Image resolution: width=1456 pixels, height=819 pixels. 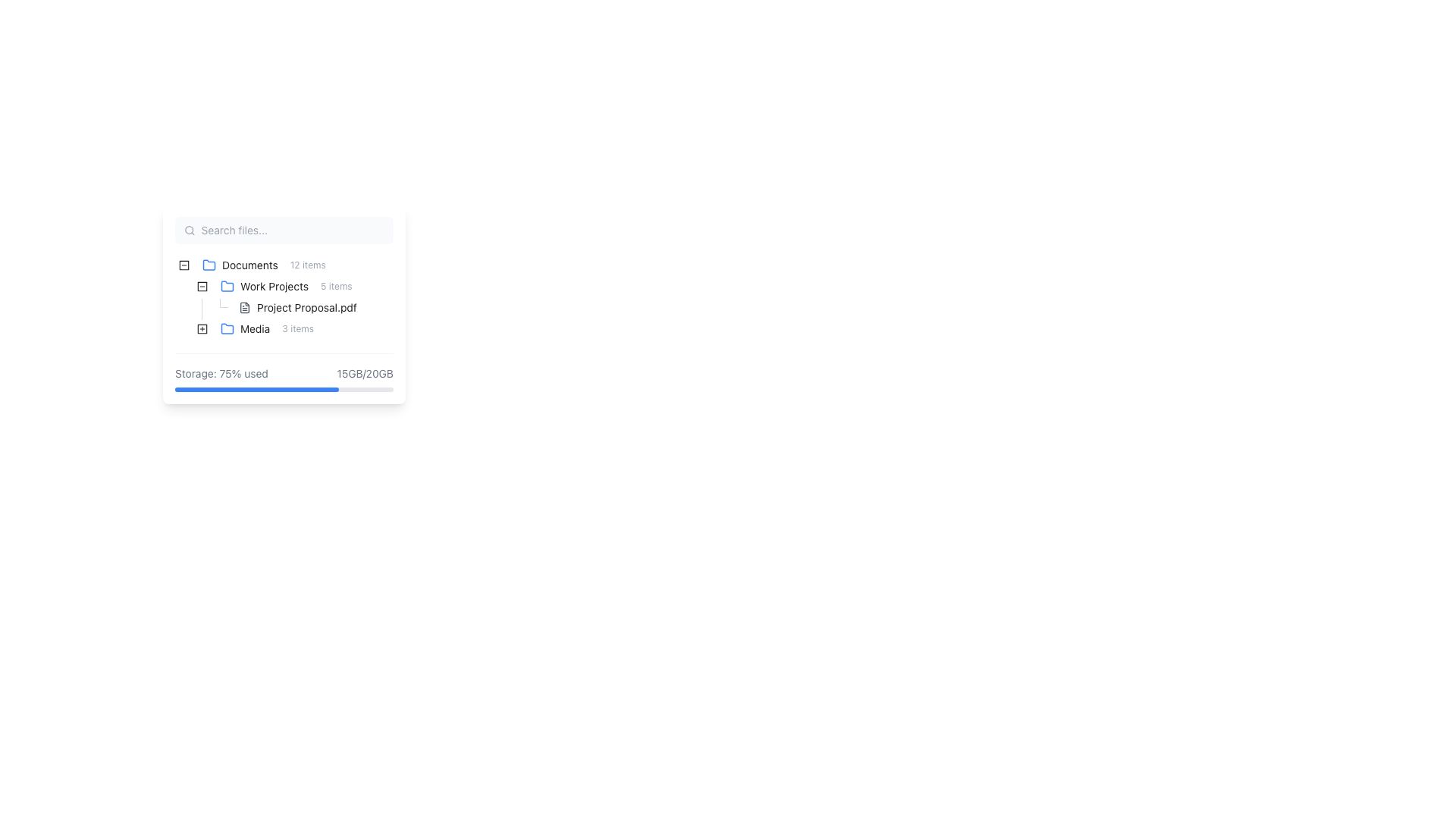 I want to click on on the file named 'Project Proposal.pdf' which is represented by a text with an icon in the file tree structure under 'Work Projects', so click(x=303, y=307).